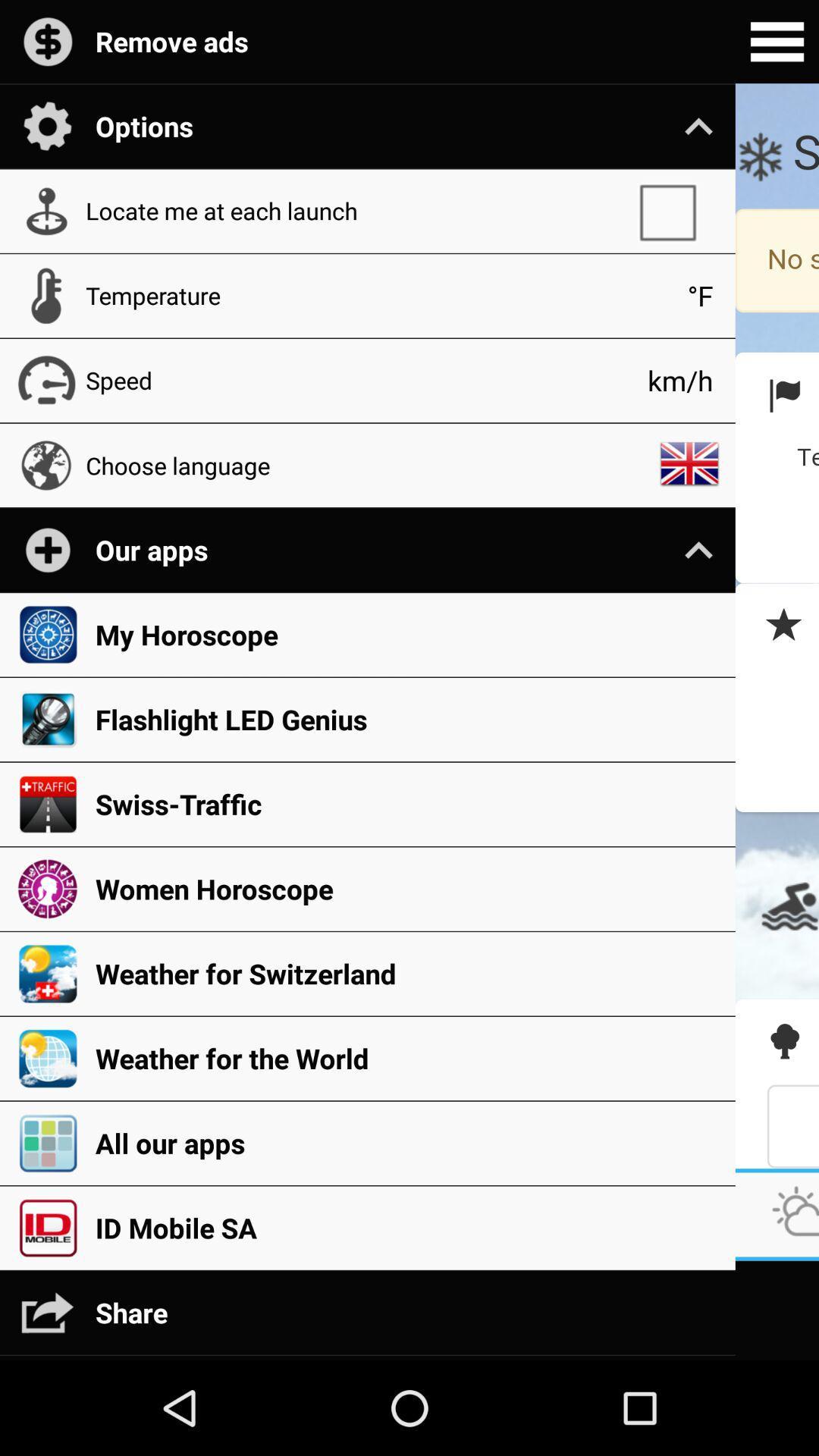 The width and height of the screenshot is (819, 1456). Describe the element at coordinates (777, 42) in the screenshot. I see `more options` at that location.